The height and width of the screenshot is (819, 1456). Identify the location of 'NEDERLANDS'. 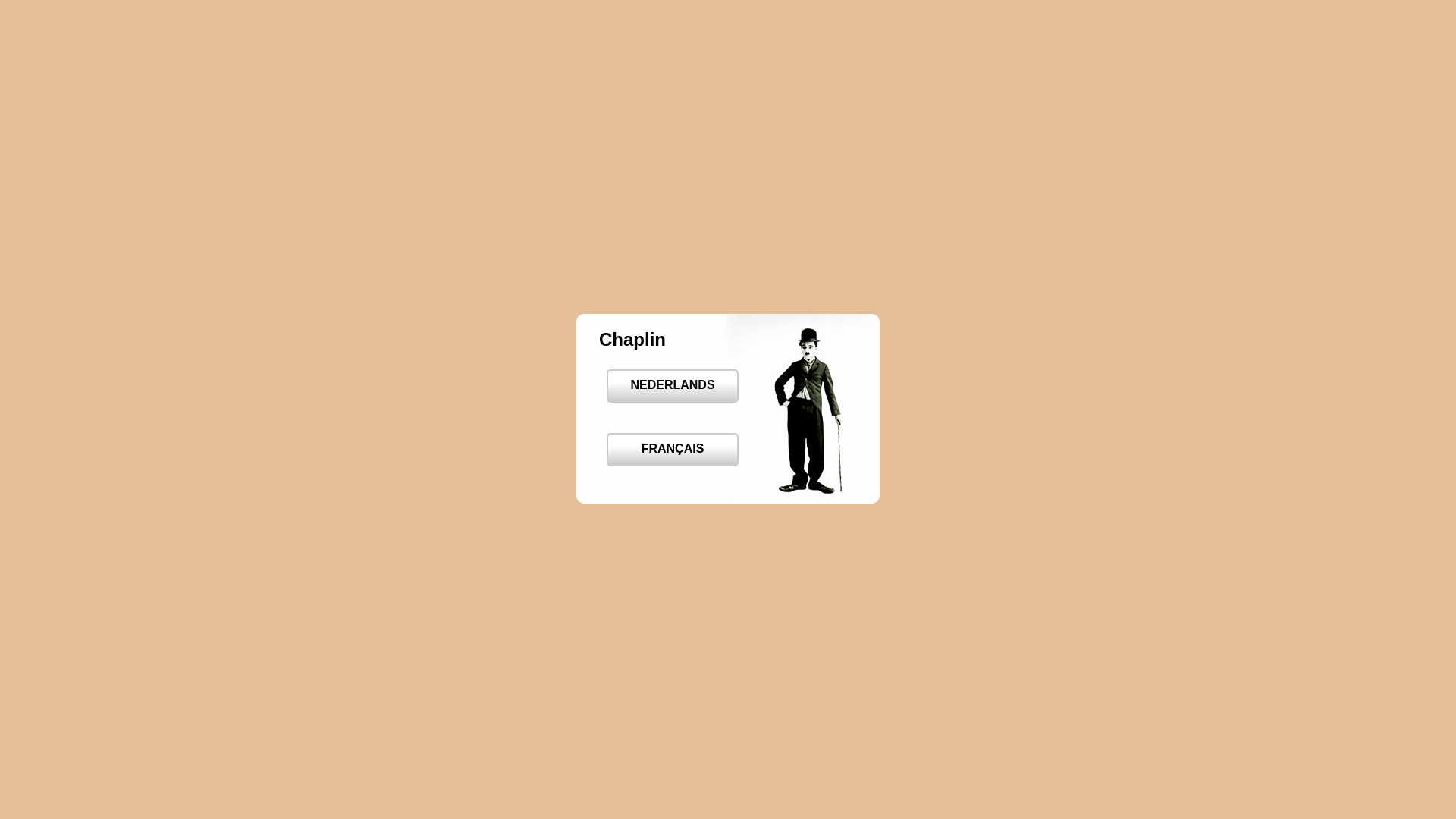
(607, 385).